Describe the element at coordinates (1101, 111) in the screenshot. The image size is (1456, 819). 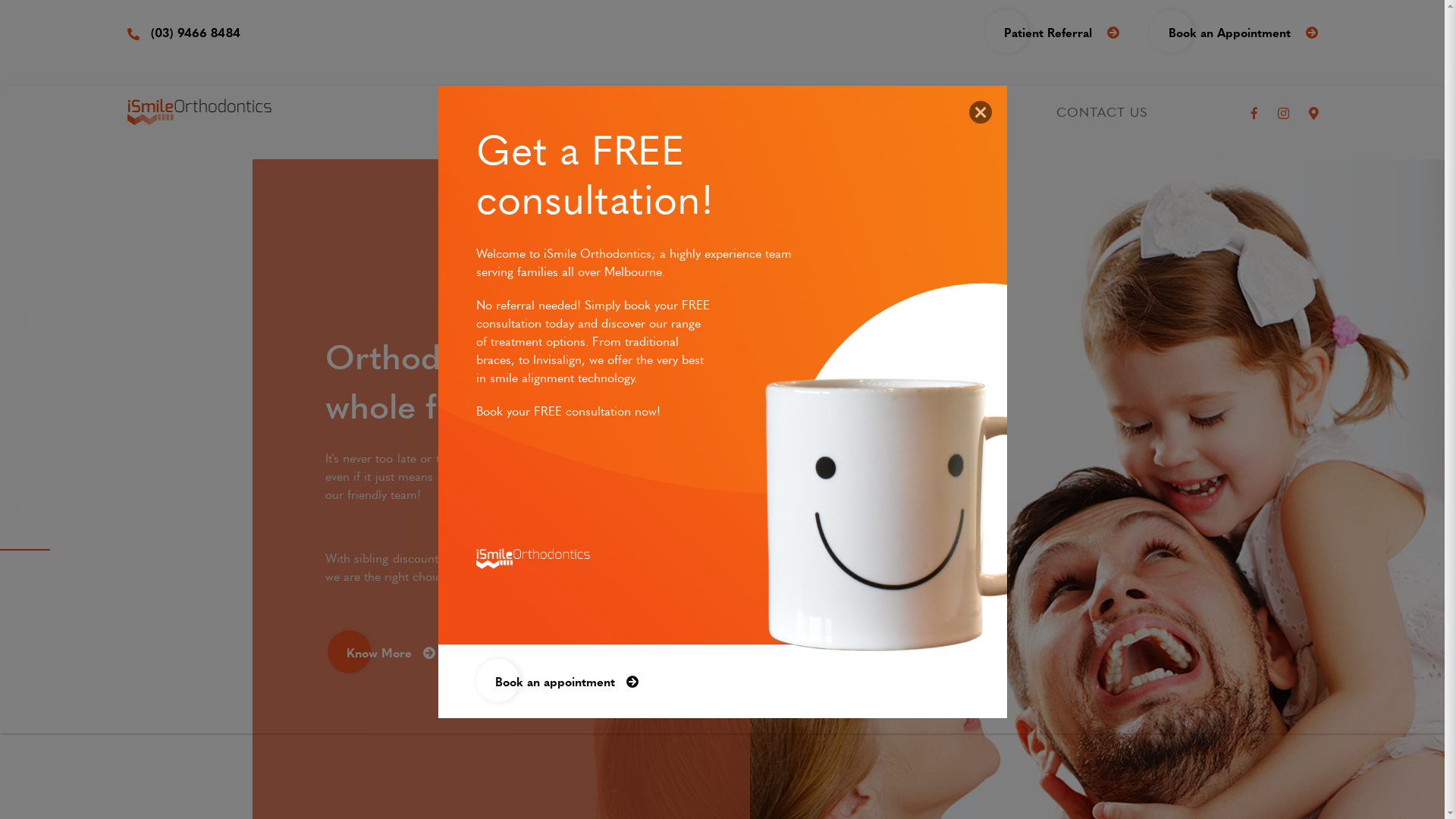
I see `'CONTACT US'` at that location.